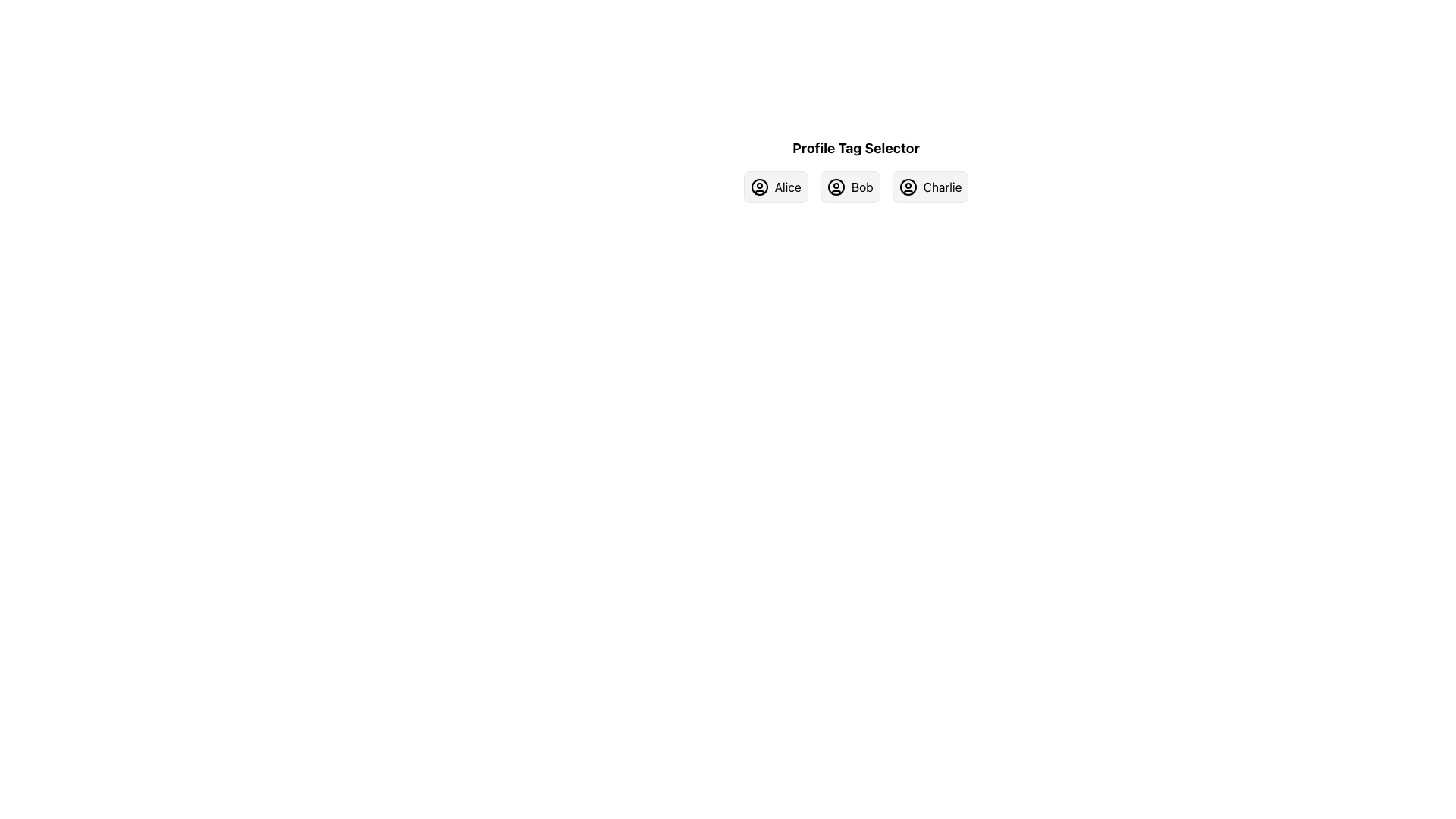 The image size is (1456, 819). Describe the element at coordinates (835, 186) in the screenshot. I see `the enclosing 'Bob' button in the 'Profile Tag Selector' section, which features a circular outline representing a user profile icon` at that location.